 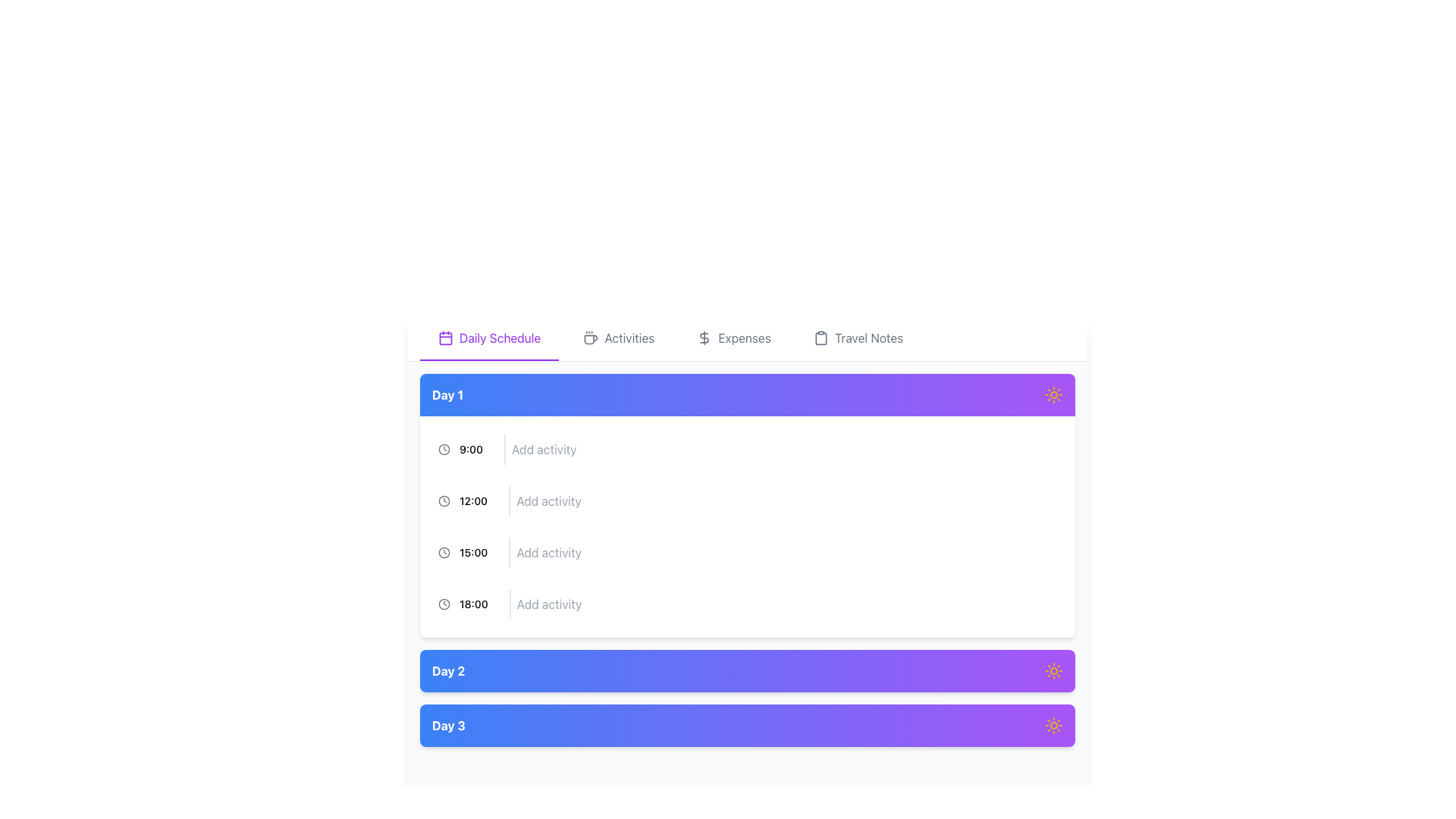 I want to click on text 'Day 3' which is displayed in bold white font on a blue background, positioned near the bottom of a list-like interface under the 'Day 2' header, so click(x=447, y=724).